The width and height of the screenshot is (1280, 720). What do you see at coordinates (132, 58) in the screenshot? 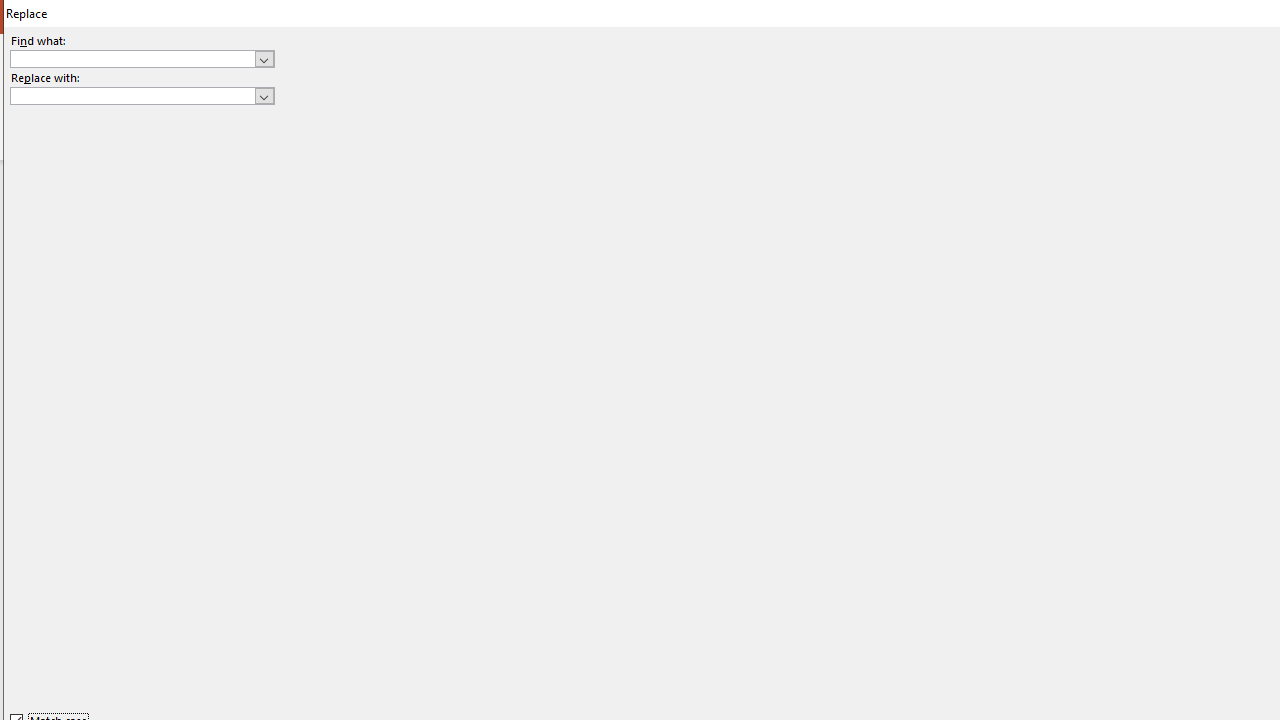
I see `'Find what'` at bounding box center [132, 58].